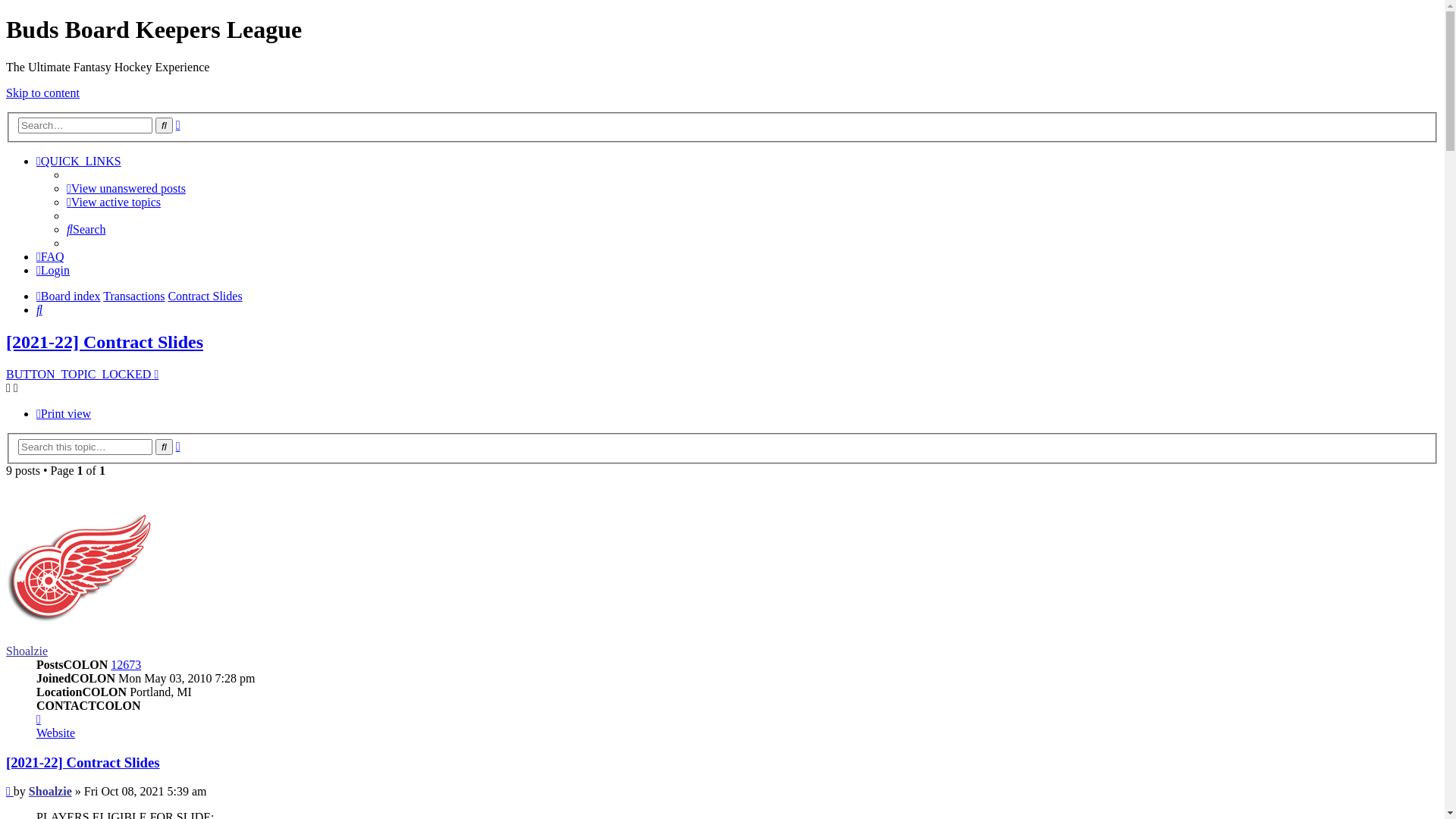 This screenshot has width=1456, height=819. What do you see at coordinates (62, 413) in the screenshot?
I see `'Print view'` at bounding box center [62, 413].